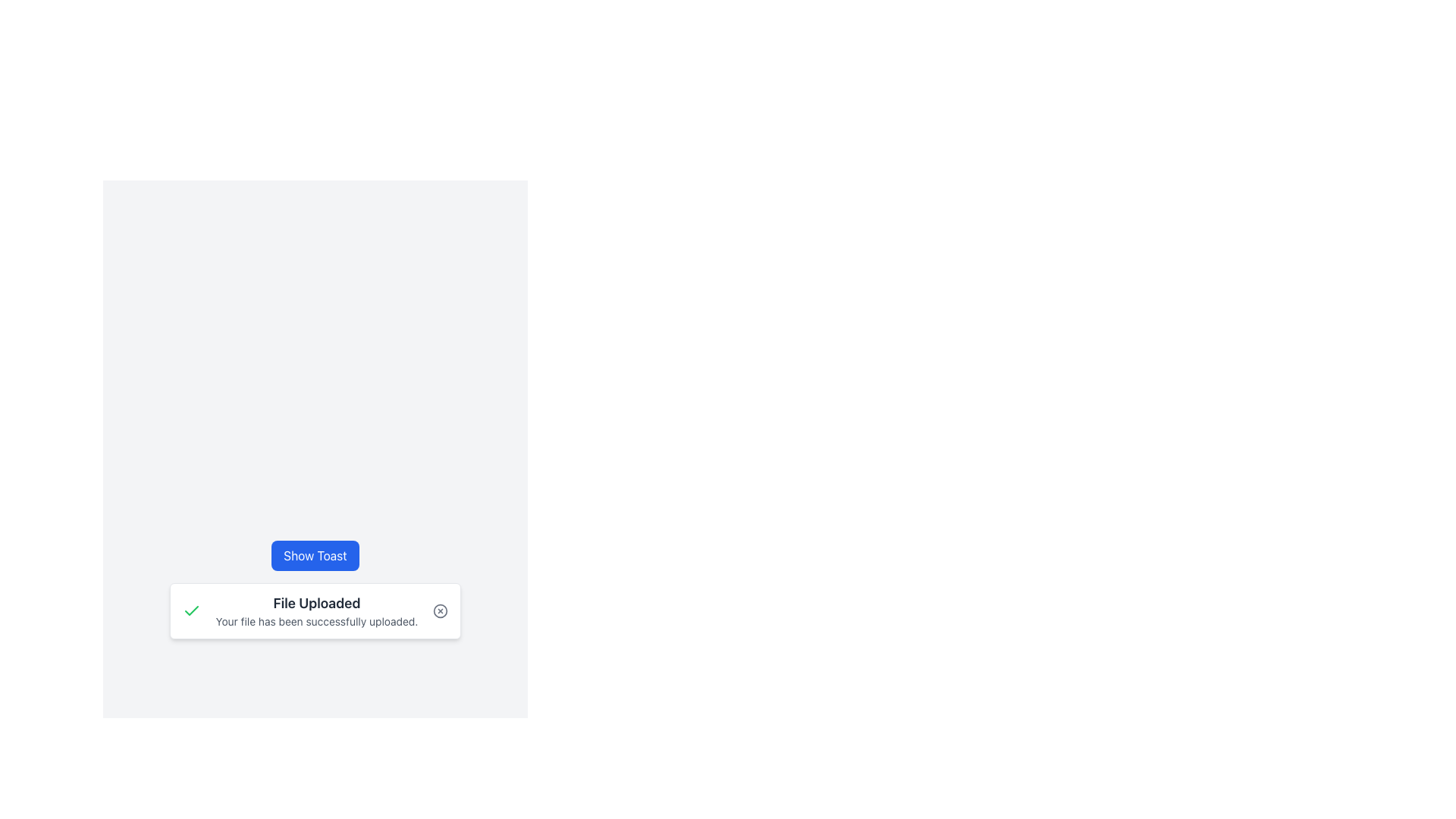 This screenshot has width=1456, height=819. Describe the element at coordinates (315, 622) in the screenshot. I see `the confirmation message text located beneath the 'File Uploaded' heading in the notification box` at that location.